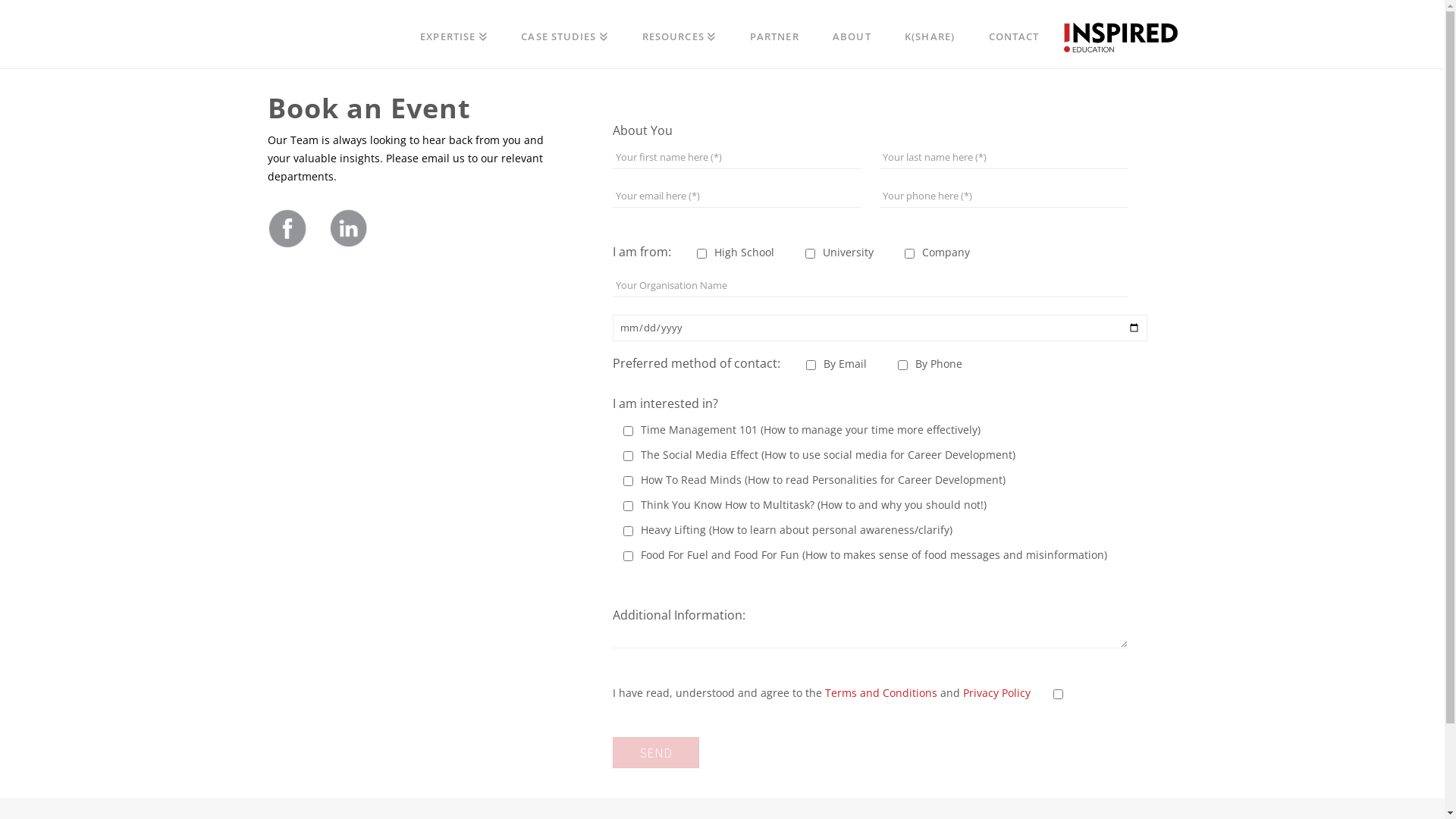  I want to click on 'Terms and Conditions', so click(880, 692).